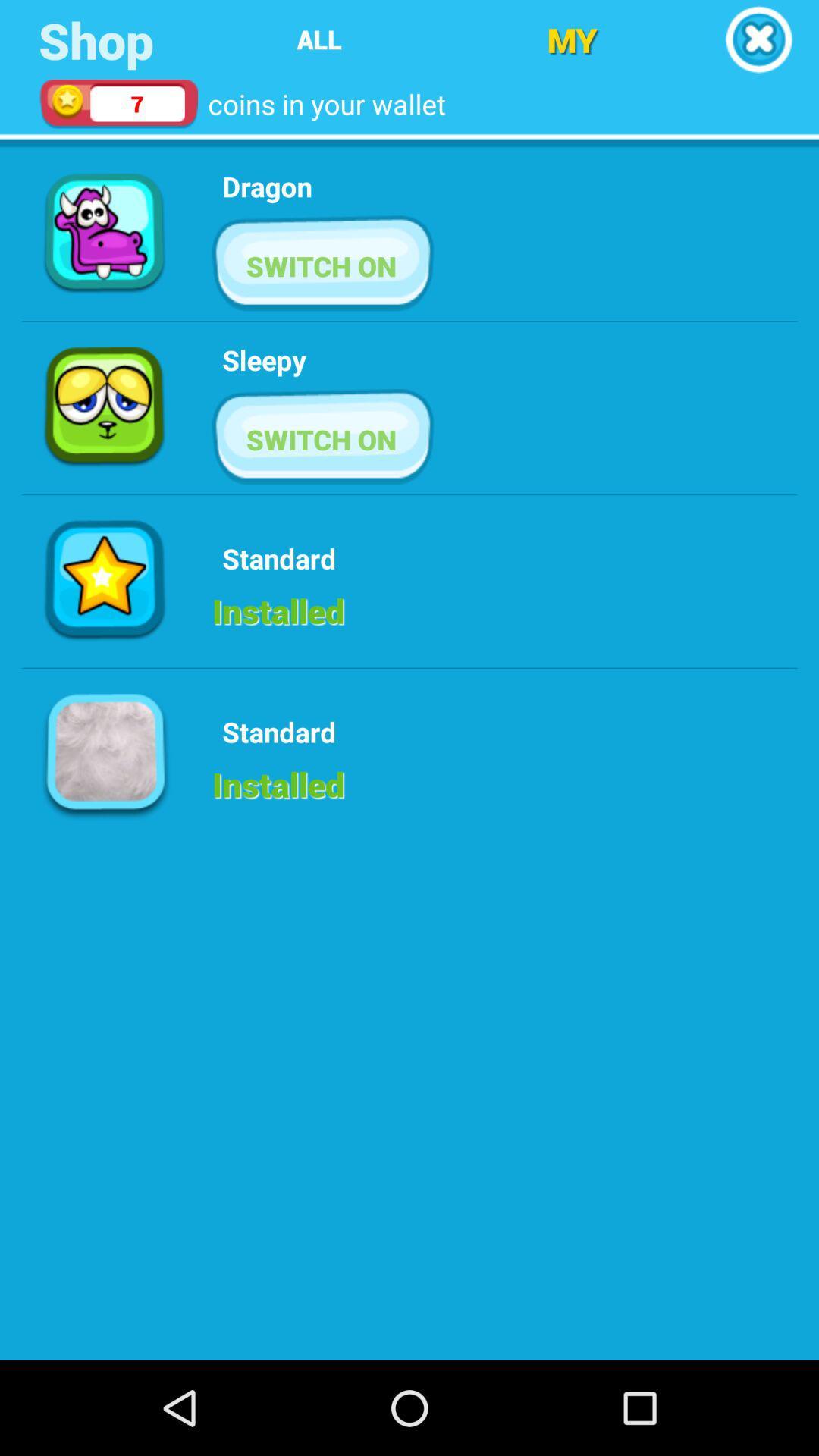 Image resolution: width=819 pixels, height=1456 pixels. Describe the element at coordinates (572, 39) in the screenshot. I see `my icon` at that location.